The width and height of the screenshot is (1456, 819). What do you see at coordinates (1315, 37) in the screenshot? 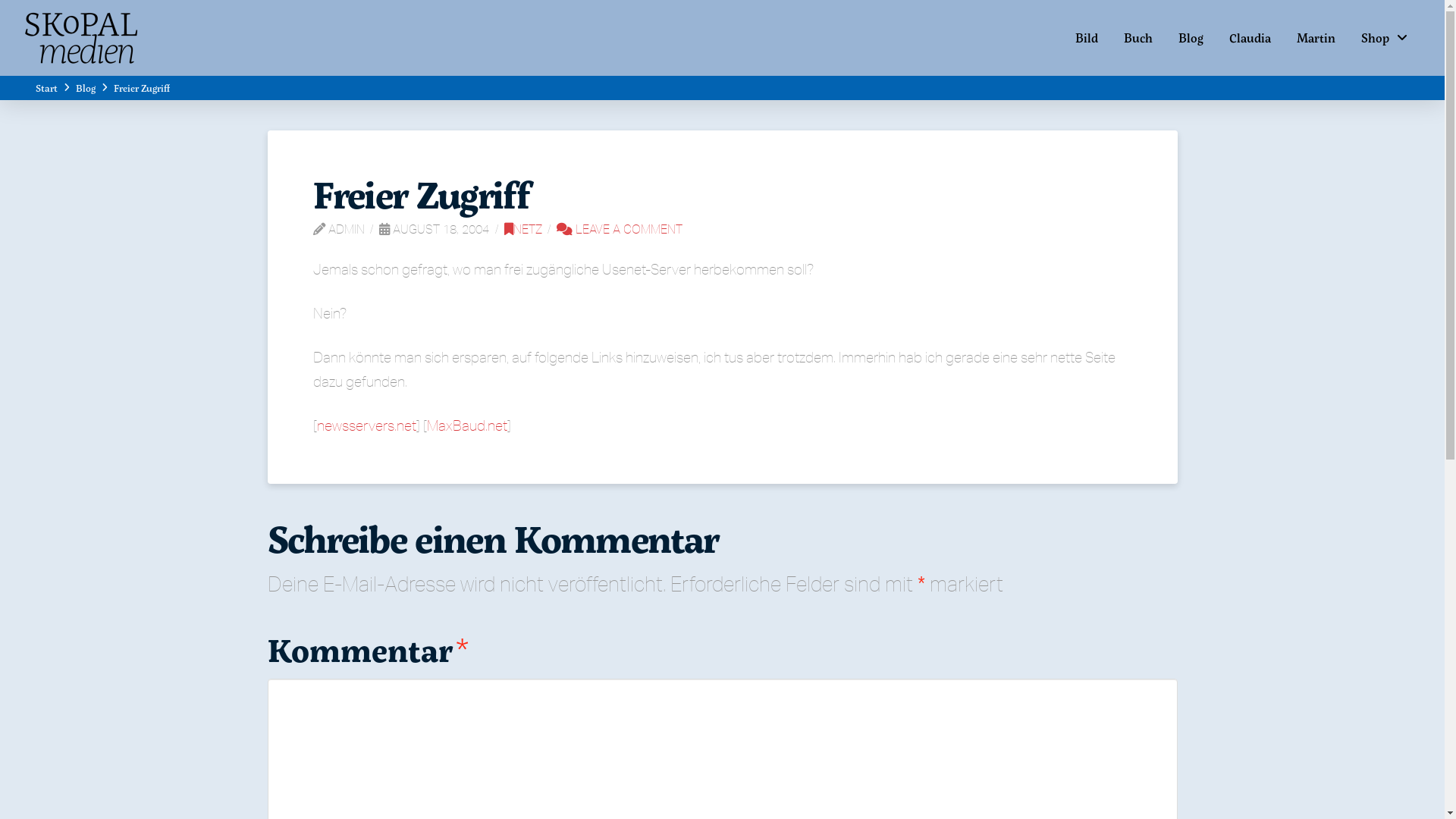
I see `'Martin'` at bounding box center [1315, 37].